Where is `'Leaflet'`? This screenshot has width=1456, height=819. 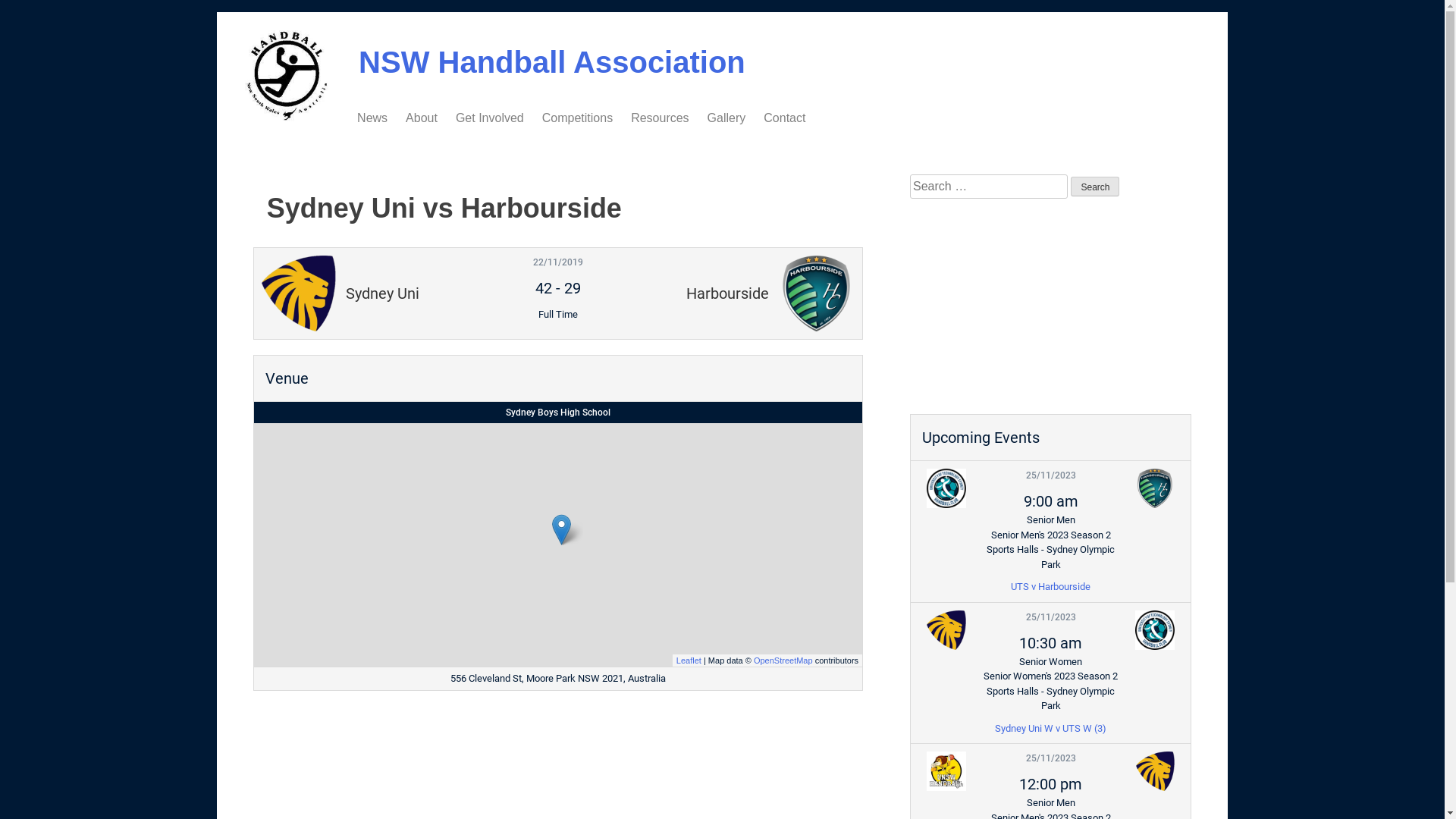 'Leaflet' is located at coordinates (688, 659).